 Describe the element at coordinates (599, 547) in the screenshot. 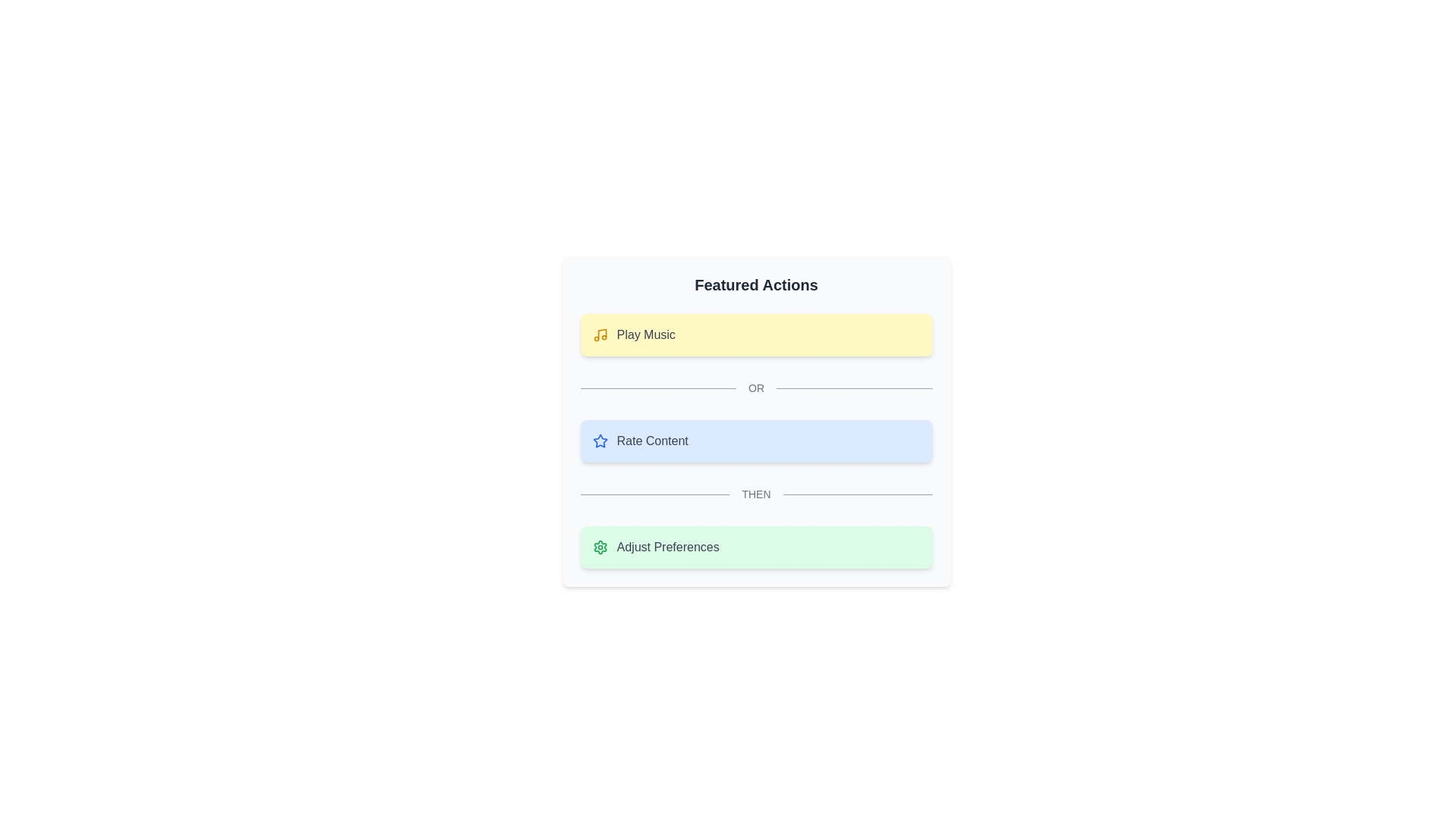

I see `the gear icon representing settings, located in the lower section of the interface next to the 'Adjust Preferences' text` at that location.